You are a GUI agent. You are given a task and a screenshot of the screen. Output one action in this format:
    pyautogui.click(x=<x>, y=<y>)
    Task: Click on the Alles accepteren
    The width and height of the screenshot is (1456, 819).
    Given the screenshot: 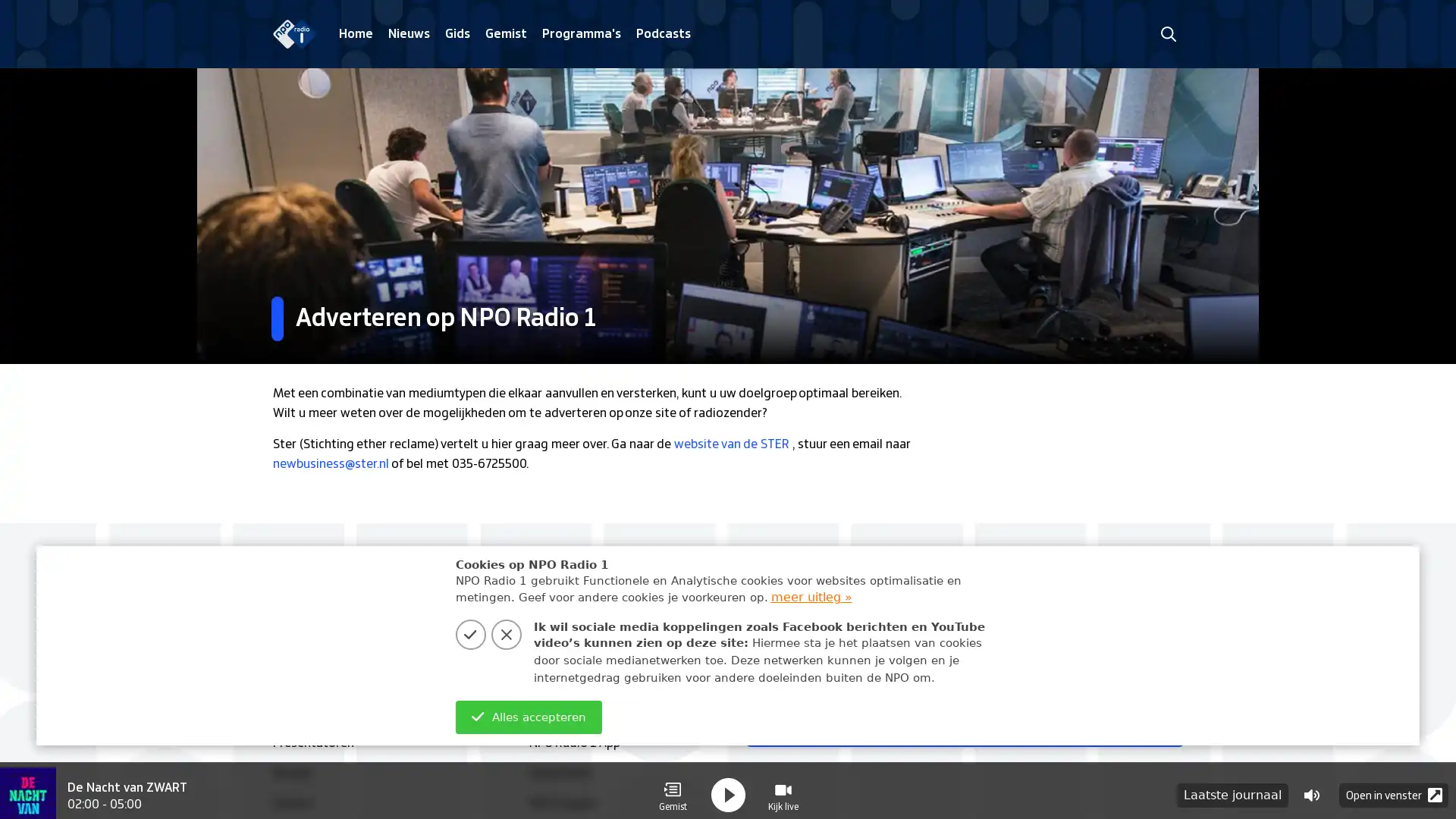 What is the action you would take?
    pyautogui.click(x=528, y=717)
    